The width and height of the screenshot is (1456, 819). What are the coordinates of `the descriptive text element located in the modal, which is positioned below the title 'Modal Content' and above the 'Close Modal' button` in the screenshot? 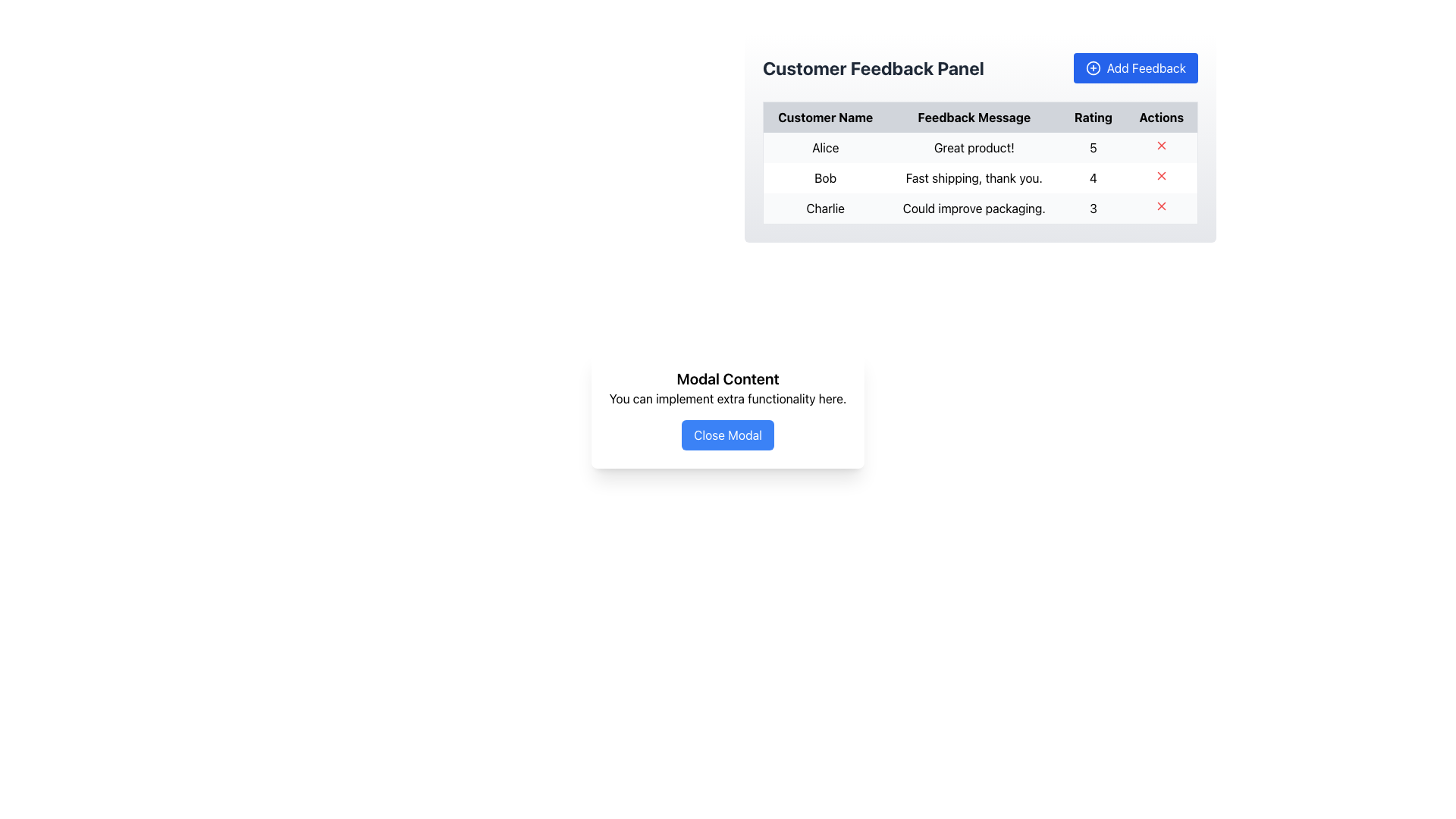 It's located at (728, 397).